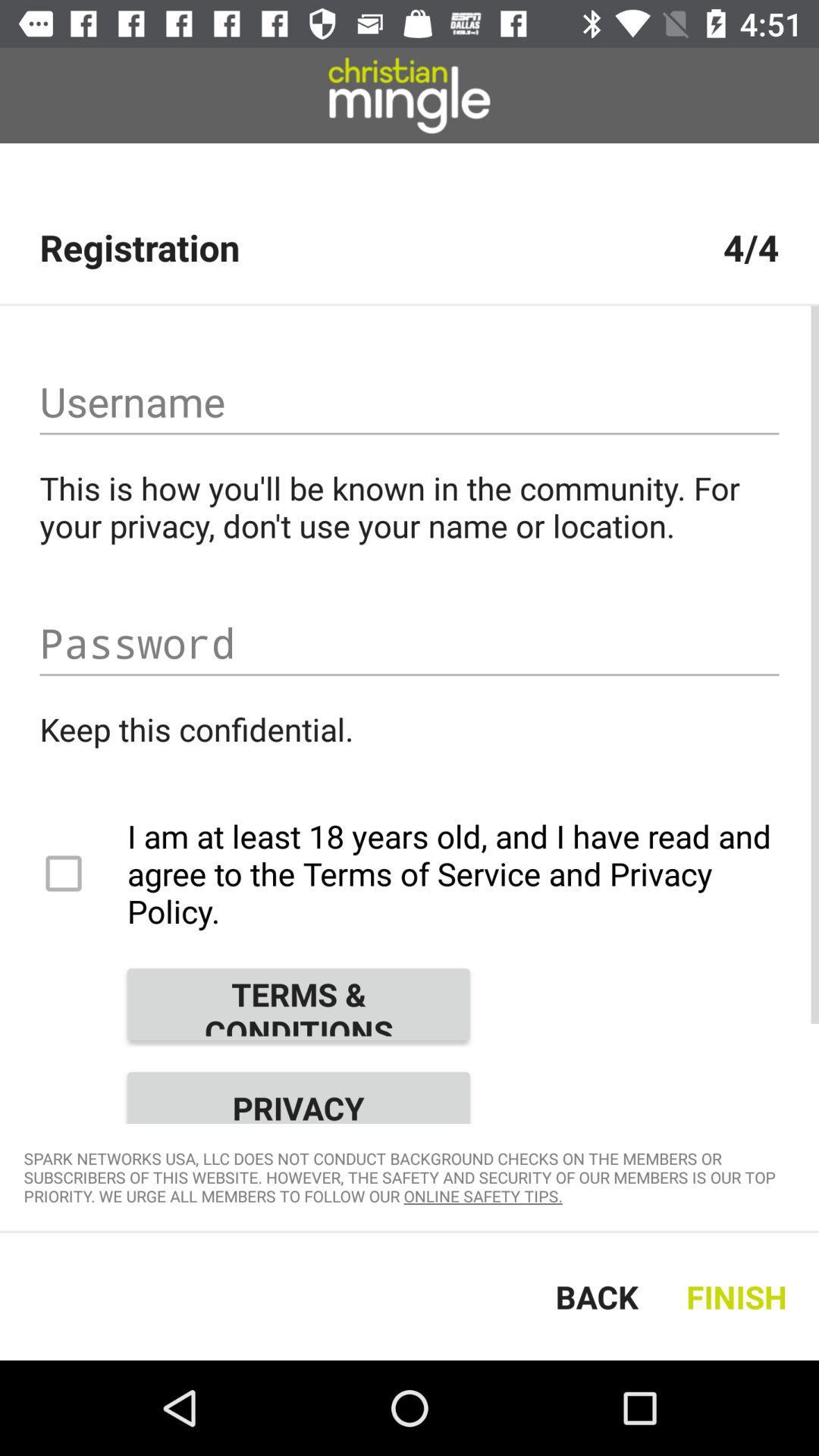 Image resolution: width=819 pixels, height=1456 pixels. Describe the element at coordinates (298, 1004) in the screenshot. I see `the item above privacy` at that location.